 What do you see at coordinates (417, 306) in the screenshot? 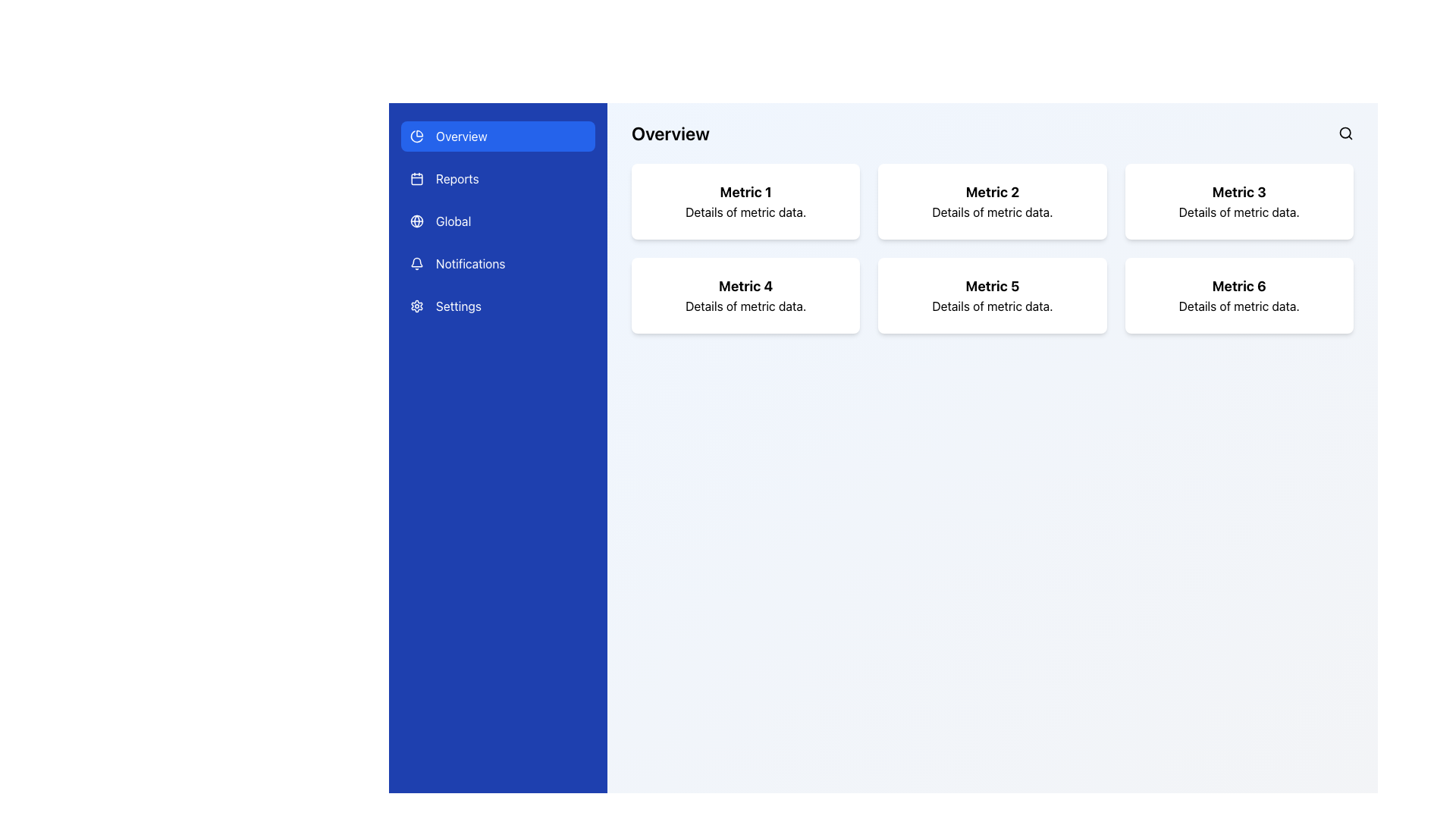
I see `the gear icon in the sidebar navigation menu` at bounding box center [417, 306].